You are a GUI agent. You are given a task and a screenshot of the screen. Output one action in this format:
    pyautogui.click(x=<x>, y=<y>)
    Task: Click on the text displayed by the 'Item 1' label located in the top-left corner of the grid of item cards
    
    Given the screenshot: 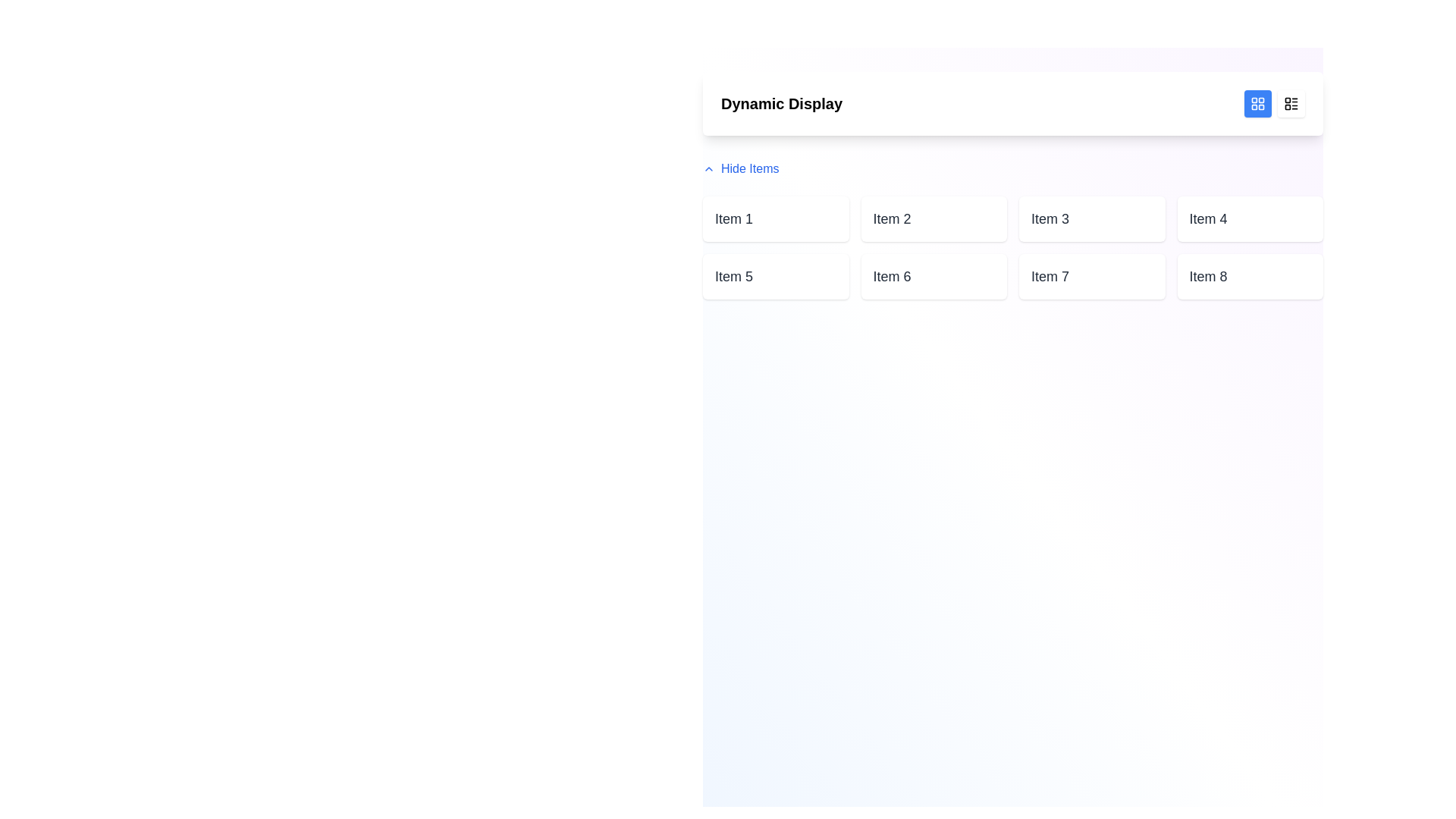 What is the action you would take?
    pyautogui.click(x=734, y=219)
    